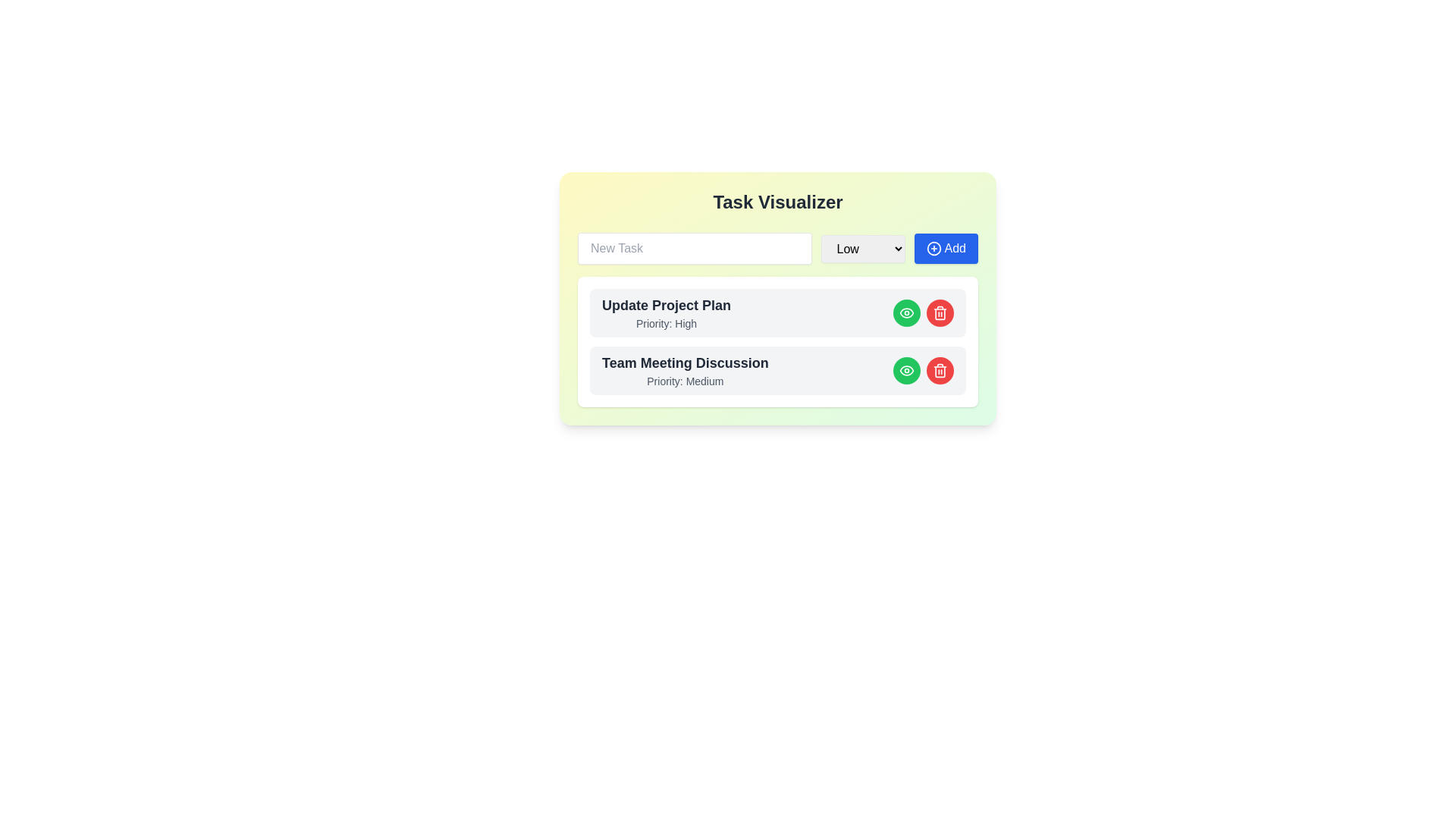  Describe the element at coordinates (939, 371) in the screenshot. I see `the outer frame of the trash bin icon, which is part of the 'Team Meeting Discussion' task item, located near the right end` at that location.